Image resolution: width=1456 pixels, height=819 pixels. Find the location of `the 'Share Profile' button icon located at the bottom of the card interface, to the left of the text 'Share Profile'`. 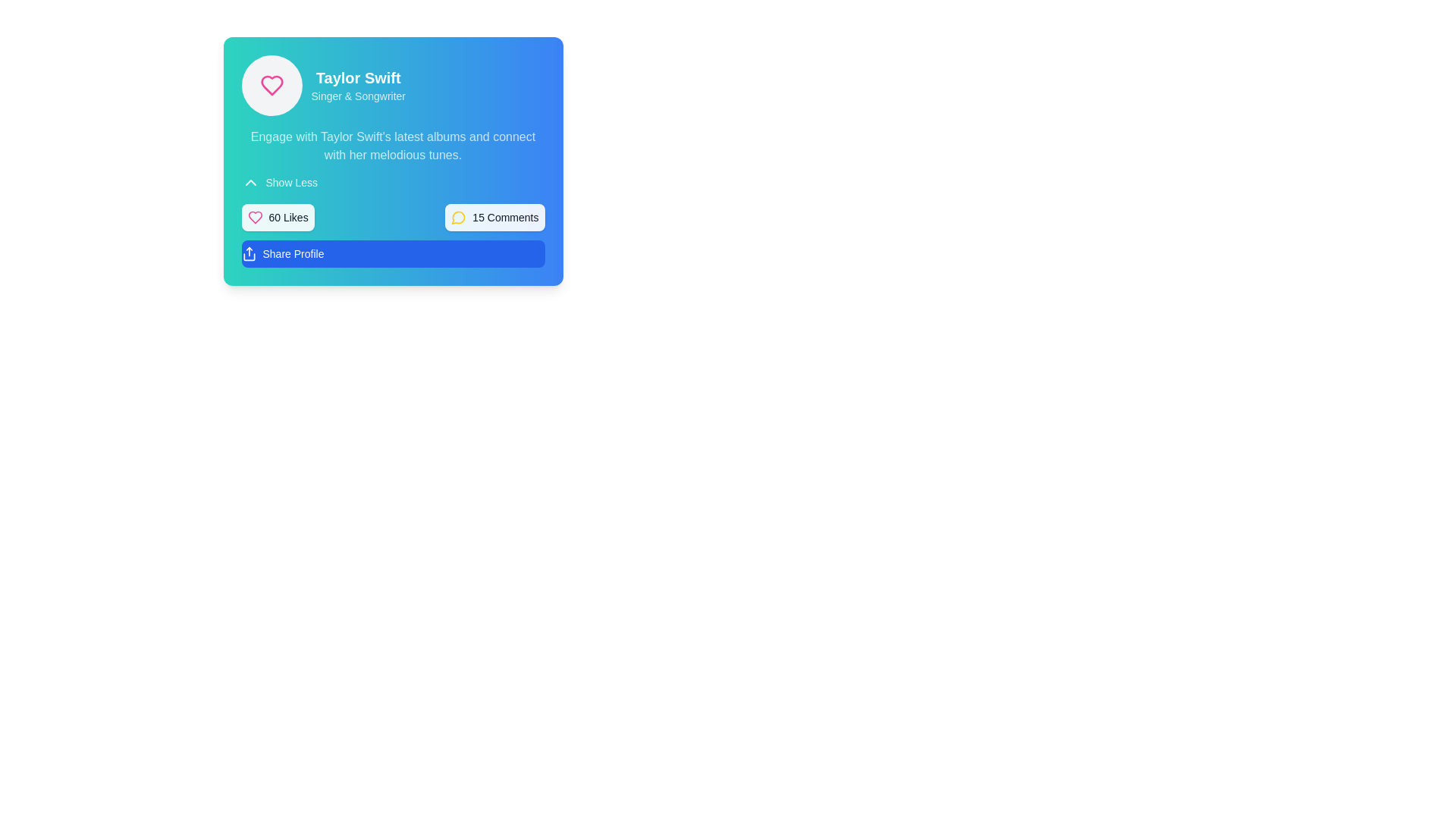

the 'Share Profile' button icon located at the bottom of the card interface, to the left of the text 'Share Profile' is located at coordinates (249, 253).